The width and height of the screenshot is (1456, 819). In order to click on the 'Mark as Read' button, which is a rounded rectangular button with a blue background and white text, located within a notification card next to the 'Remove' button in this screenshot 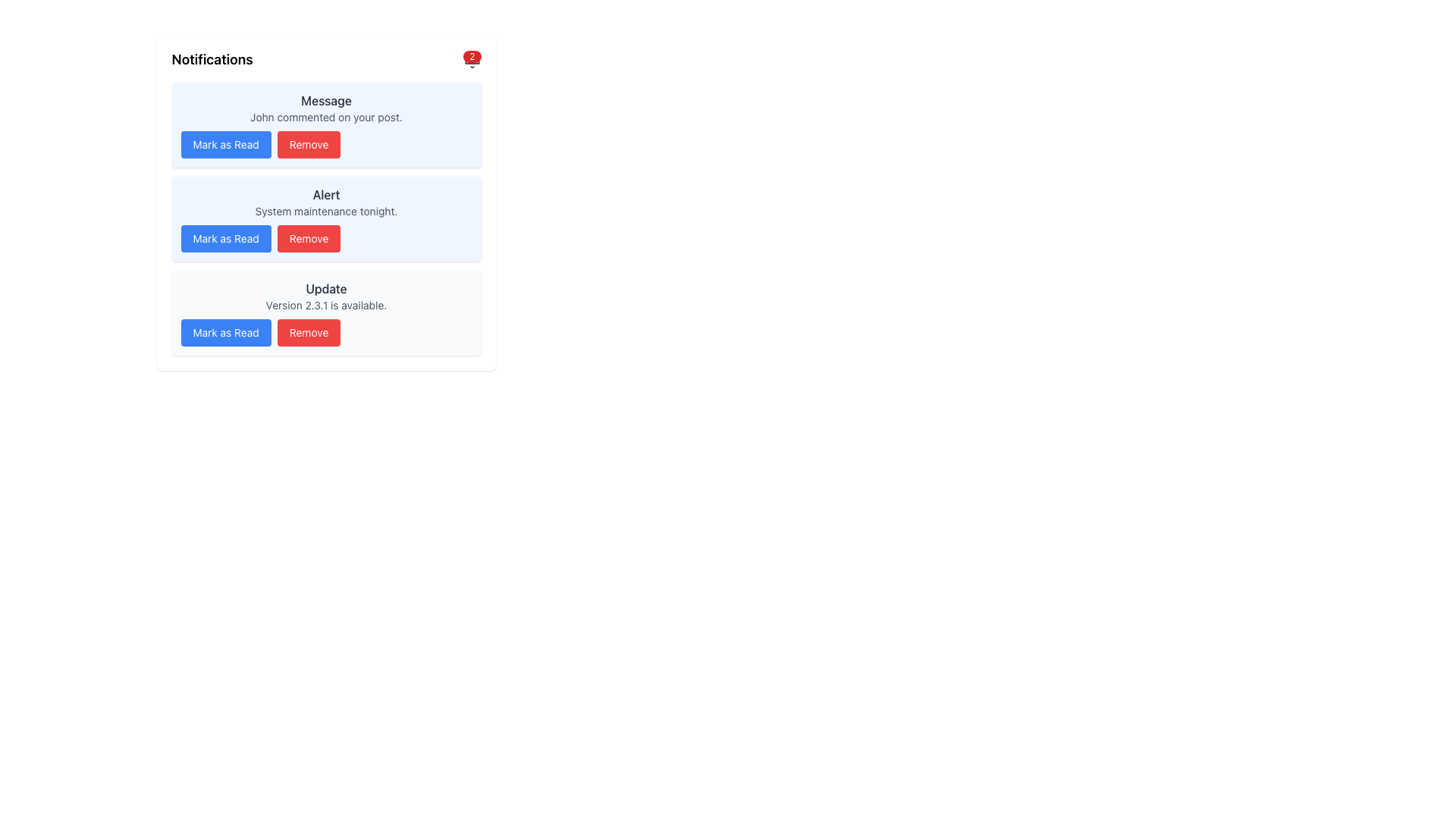, I will do `click(225, 145)`.